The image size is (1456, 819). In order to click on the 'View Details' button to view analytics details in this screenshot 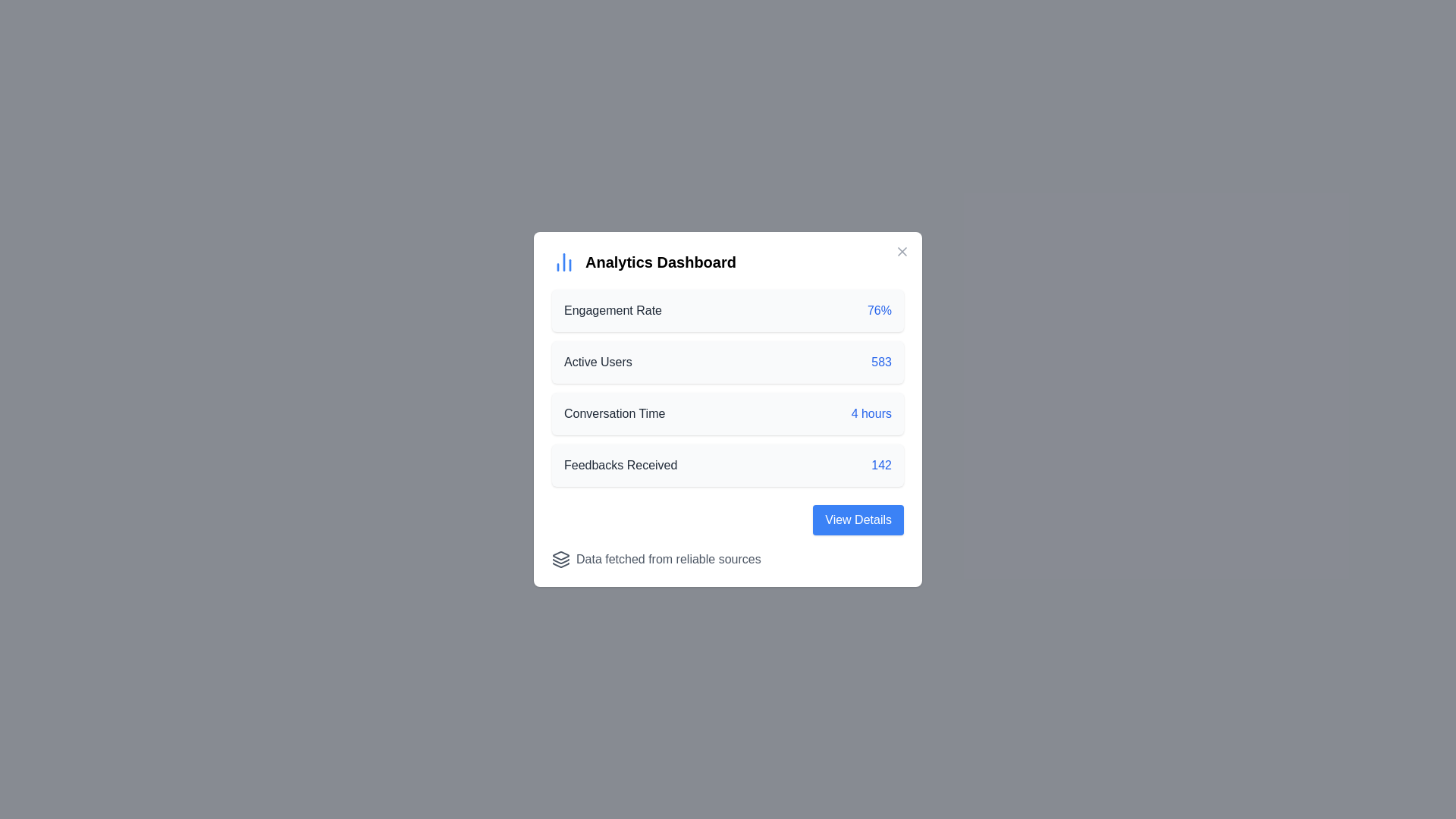, I will do `click(858, 519)`.